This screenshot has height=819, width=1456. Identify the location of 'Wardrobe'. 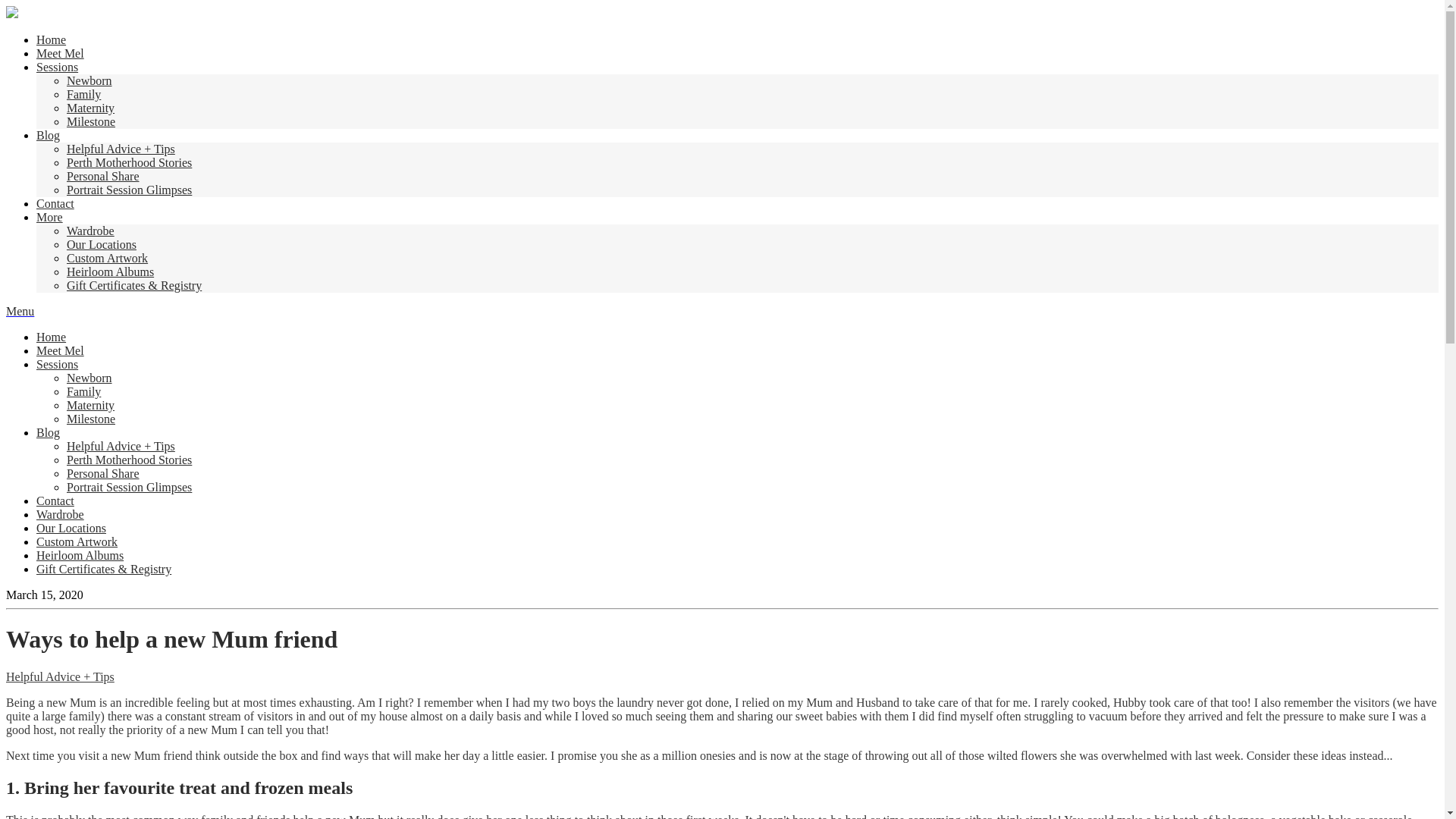
(89, 231).